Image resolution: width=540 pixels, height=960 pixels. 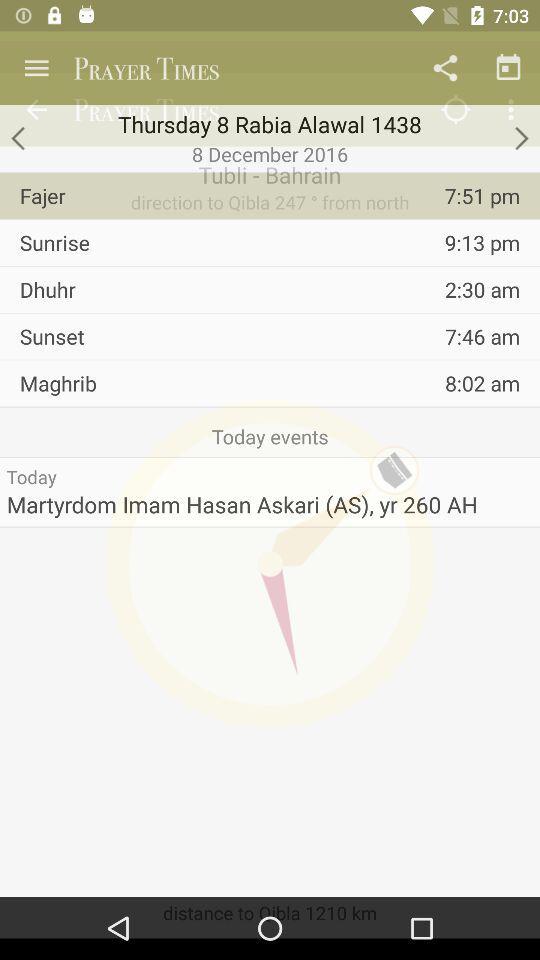 I want to click on go forward, so click(x=520, y=137).